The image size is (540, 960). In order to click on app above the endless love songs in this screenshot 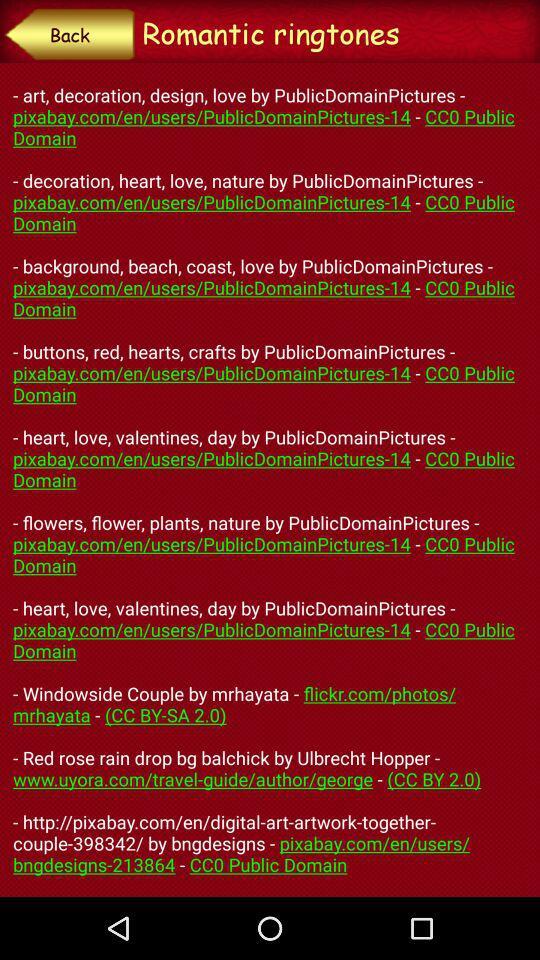, I will do `click(68, 33)`.